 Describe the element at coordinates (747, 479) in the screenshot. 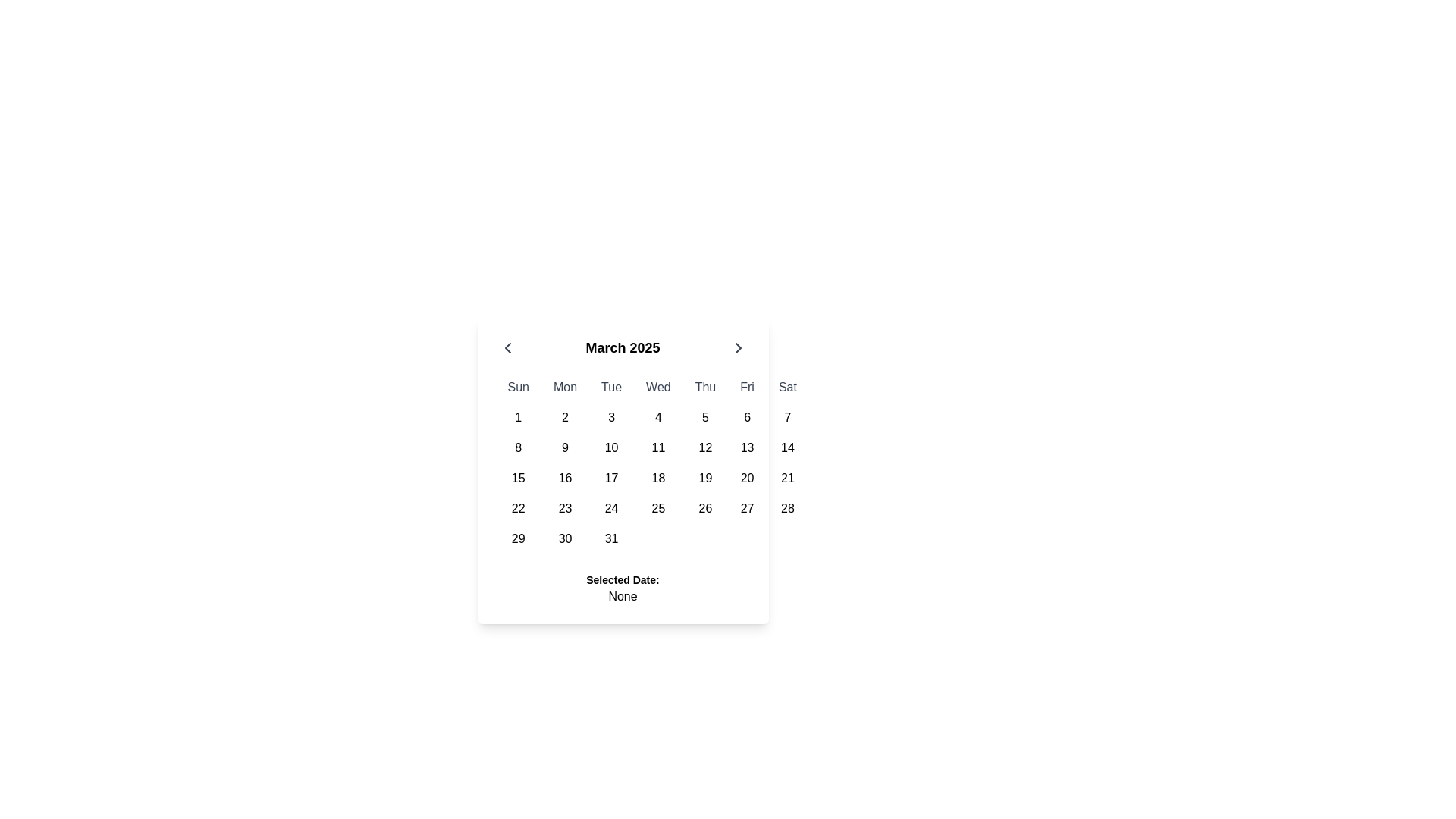

I see `the button-like clickable date element representing the date '20' in the calendar interface, specifically the sixth item in the horizontal list of dates` at that location.